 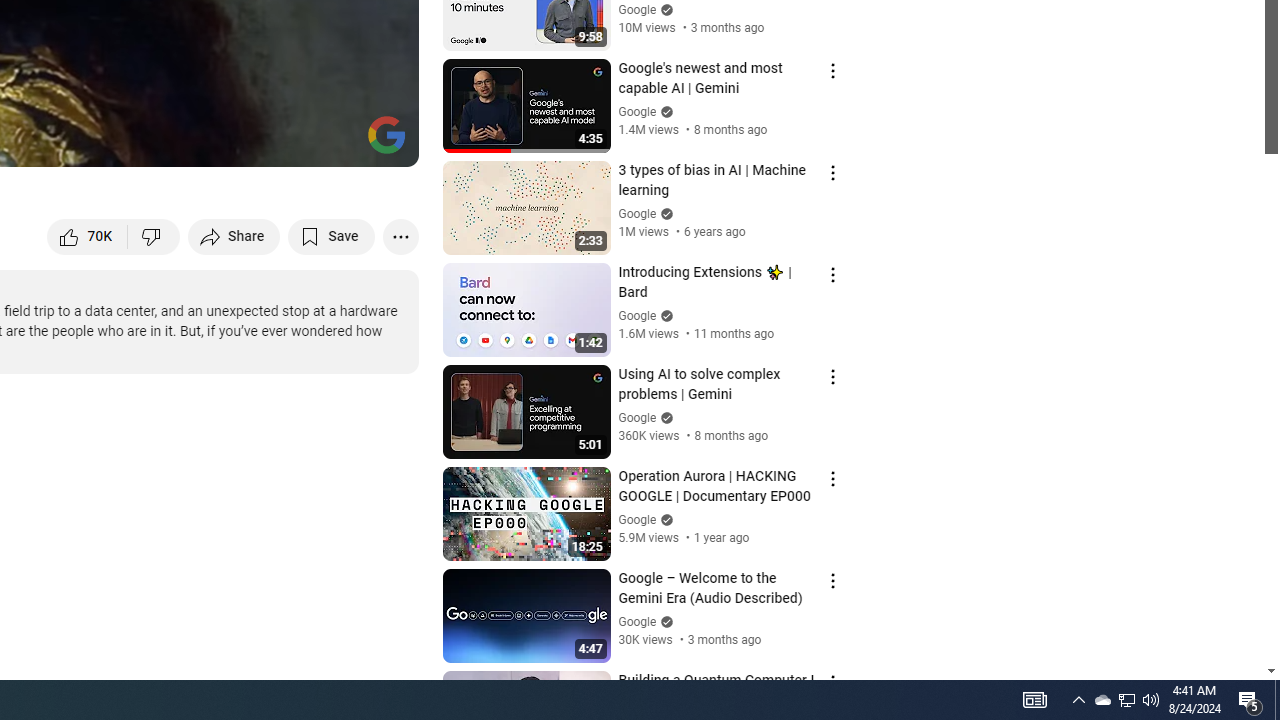 What do you see at coordinates (285, 141) in the screenshot?
I see `'Miniplayer (i)'` at bounding box center [285, 141].